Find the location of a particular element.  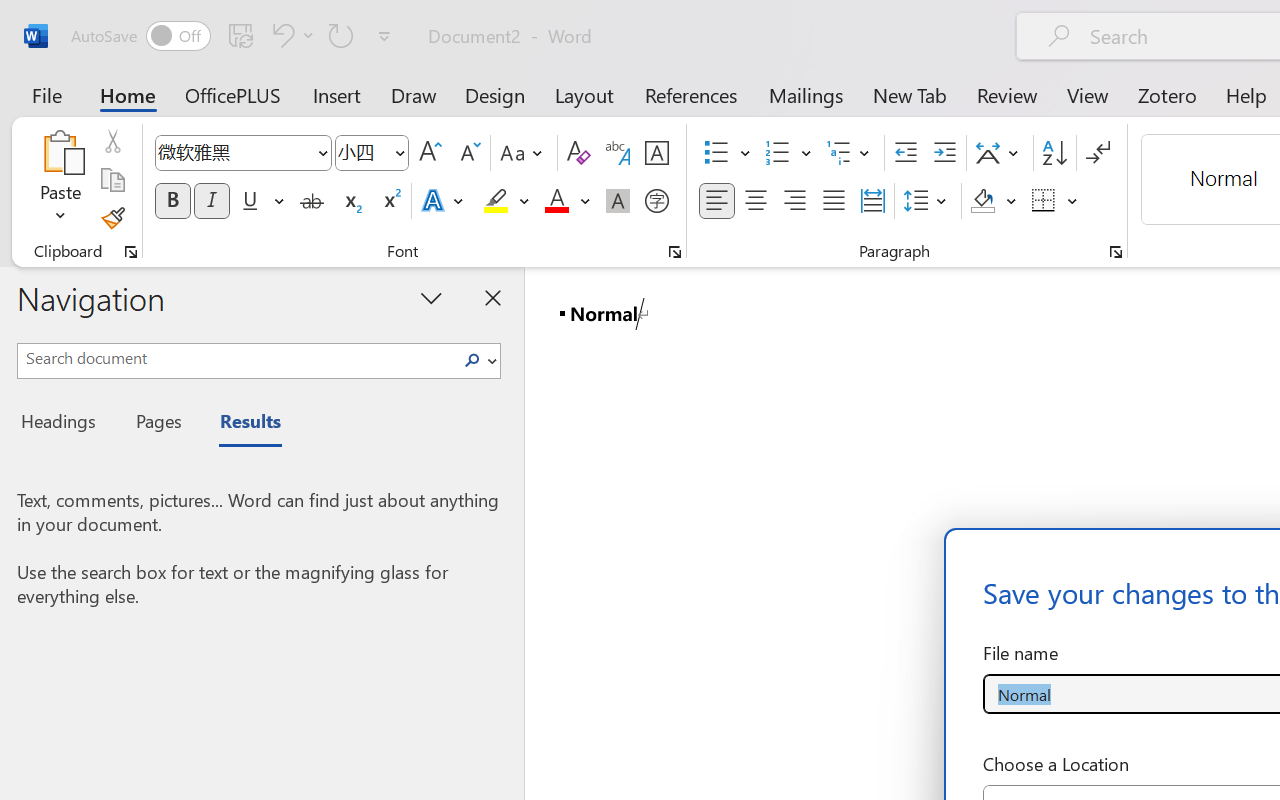

'Bullets' is located at coordinates (716, 153).